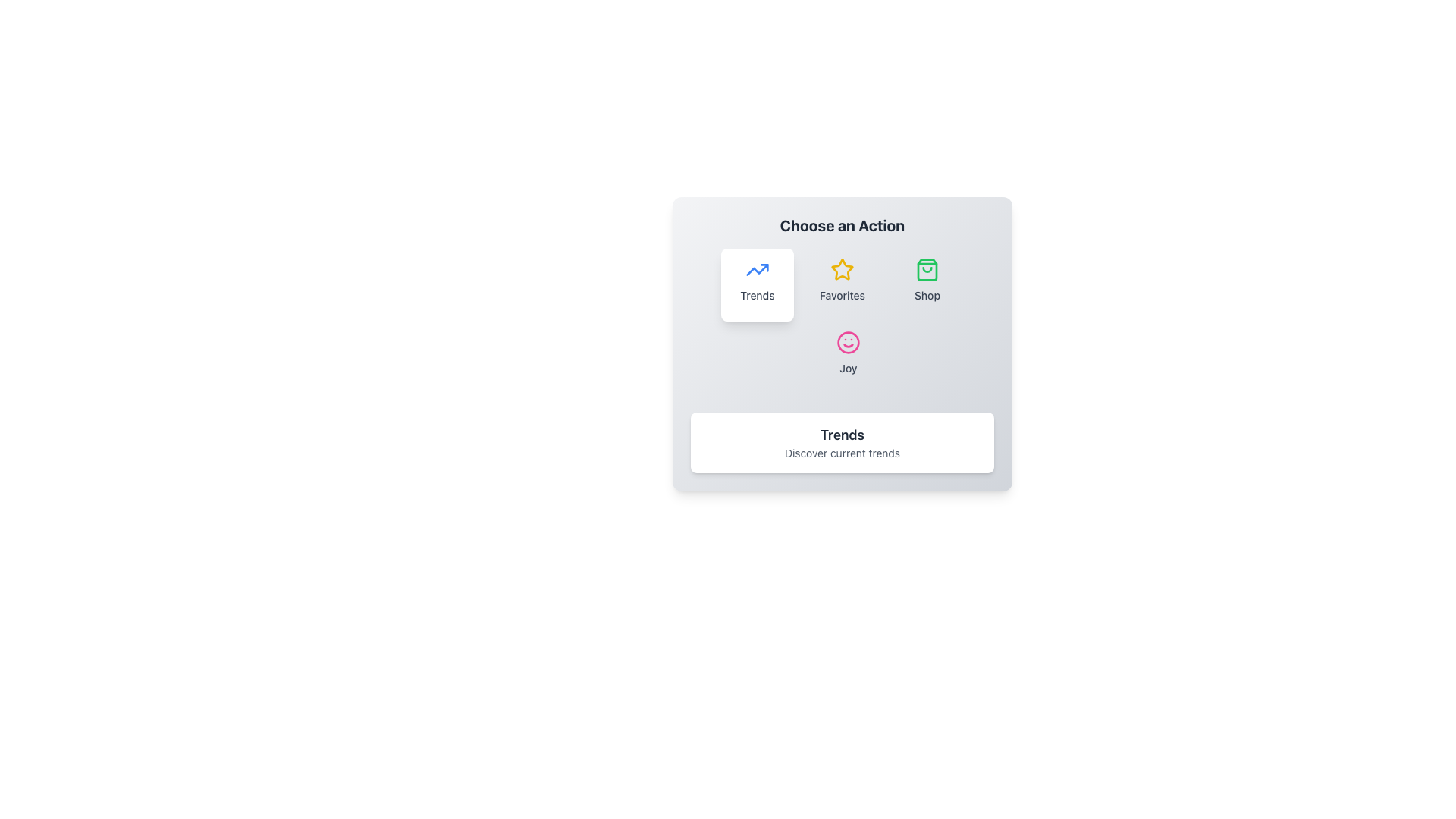 The height and width of the screenshot is (819, 1456). What do you see at coordinates (841, 295) in the screenshot?
I see `text label 'Favorites' which is visually associated with a yellow star icon above it, located near the center of the interface` at bounding box center [841, 295].